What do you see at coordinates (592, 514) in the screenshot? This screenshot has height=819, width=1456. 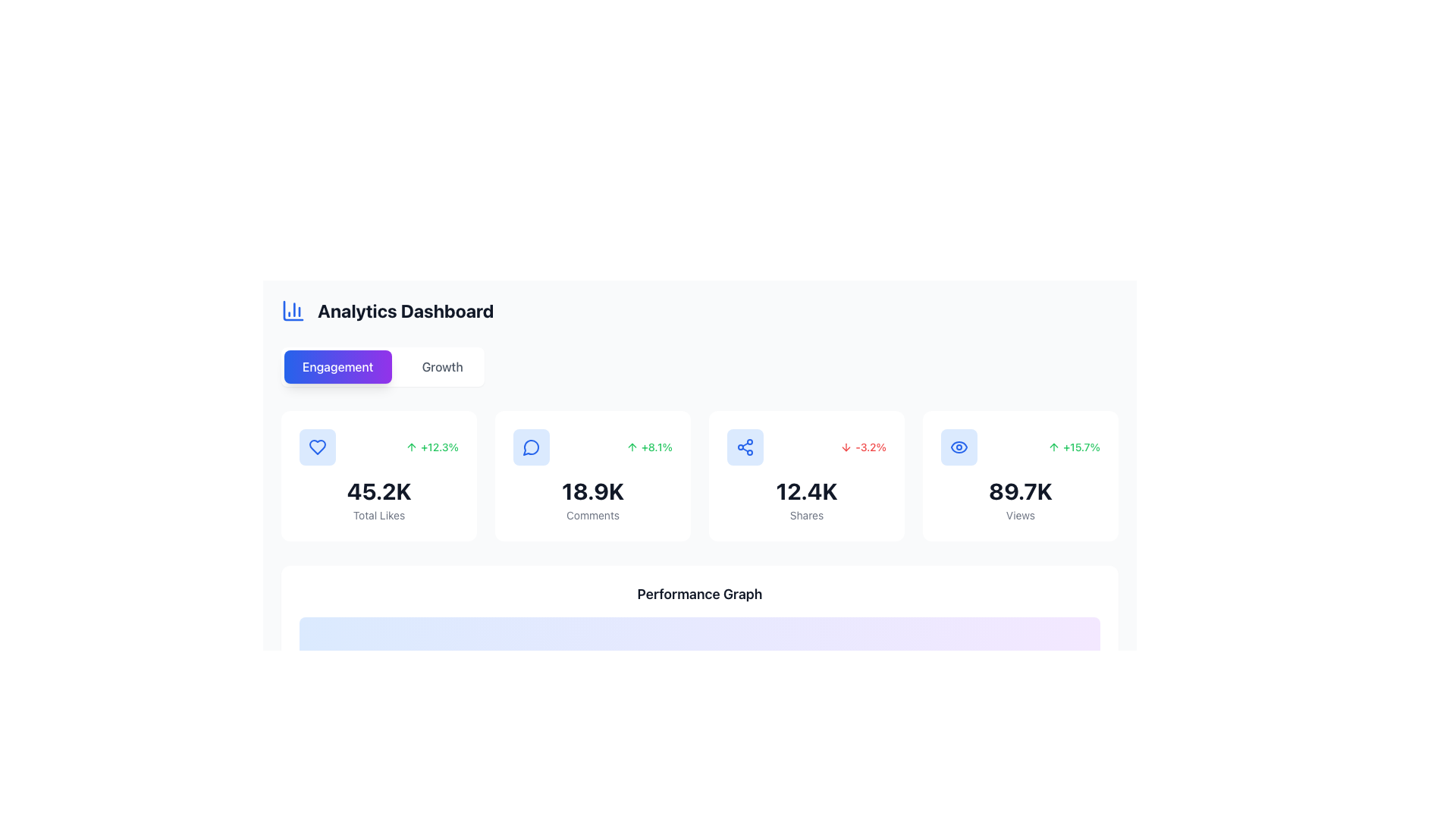 I see `the 'Comments' text label which indicates the numerical data display for the '18.9K' metric, located in the second tile from the left in a 4-column grid` at bounding box center [592, 514].